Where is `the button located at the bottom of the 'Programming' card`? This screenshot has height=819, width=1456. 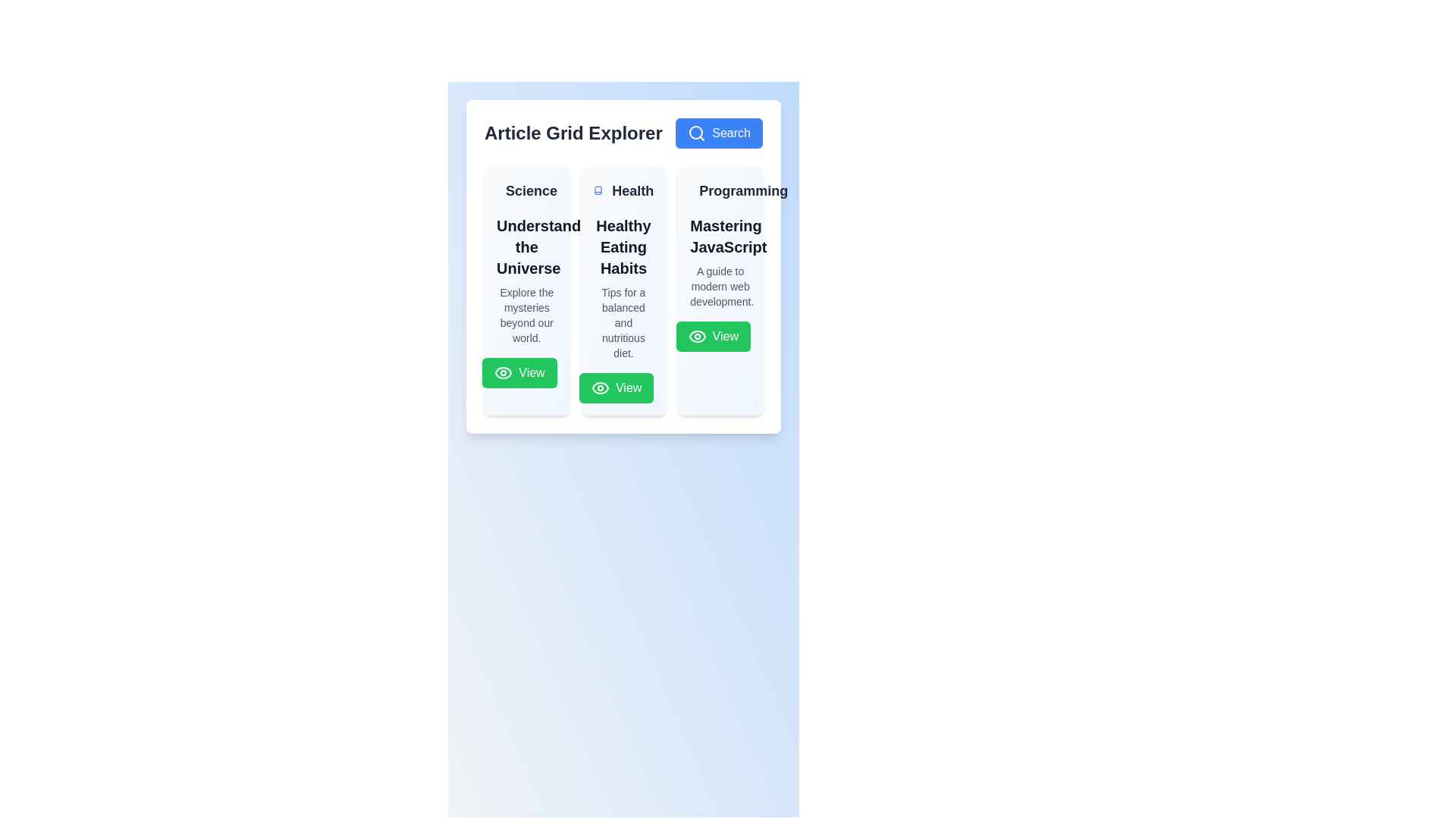
the button located at the bottom of the 'Programming' card is located at coordinates (712, 335).